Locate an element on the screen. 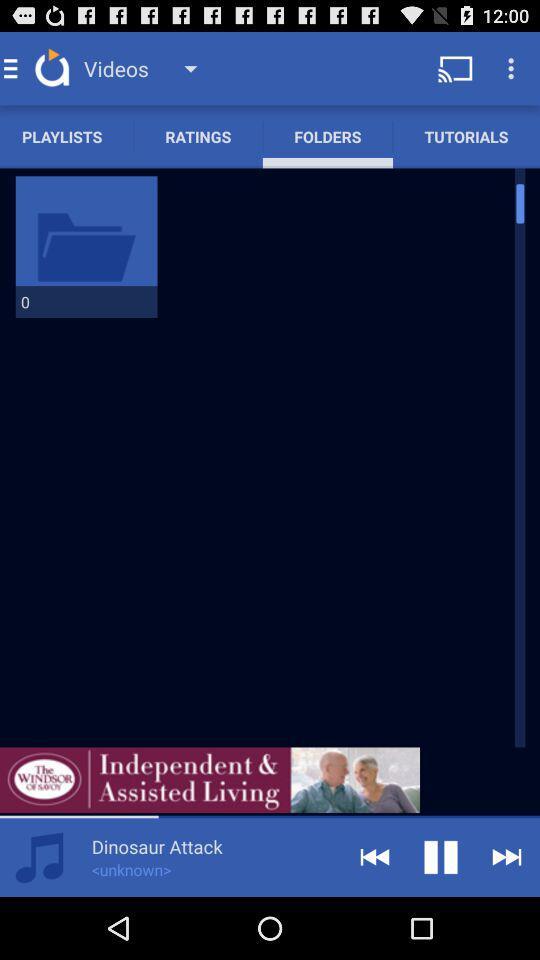 The height and width of the screenshot is (960, 540). the pause icon is located at coordinates (441, 917).